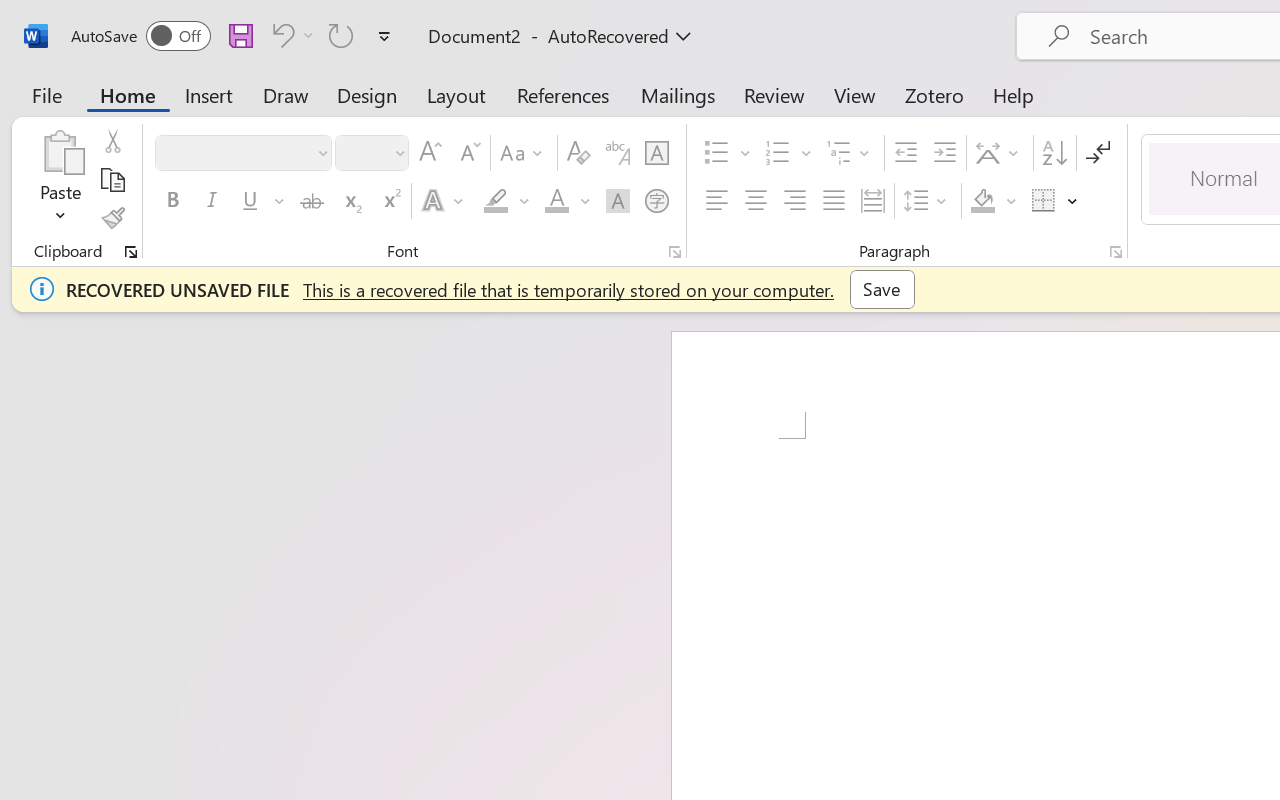 This screenshot has height=800, width=1280. Describe the element at coordinates (130, 251) in the screenshot. I see `'Office Clipboard...'` at that location.